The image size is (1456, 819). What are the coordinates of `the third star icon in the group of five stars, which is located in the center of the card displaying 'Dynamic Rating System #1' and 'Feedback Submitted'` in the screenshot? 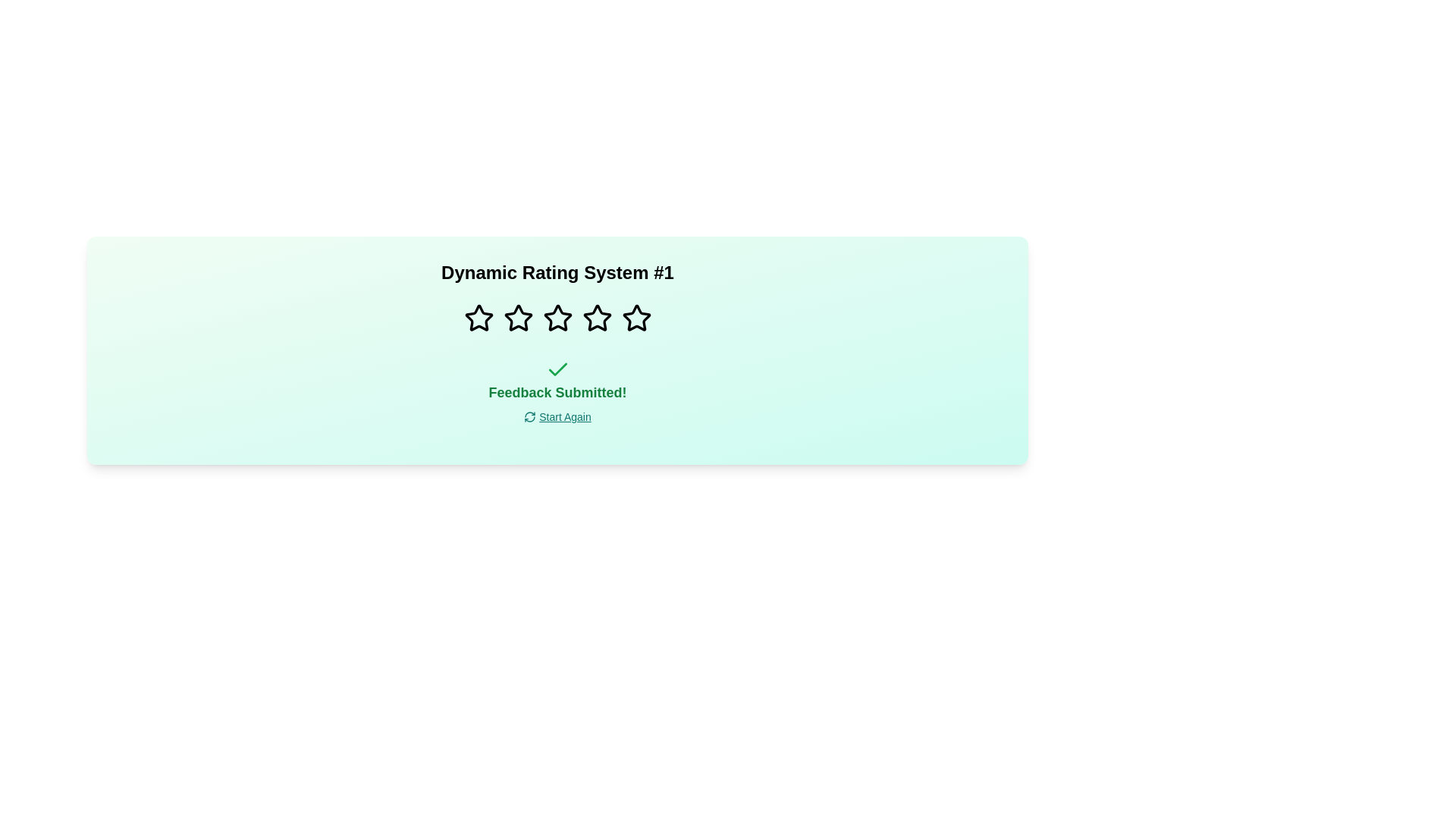 It's located at (557, 318).